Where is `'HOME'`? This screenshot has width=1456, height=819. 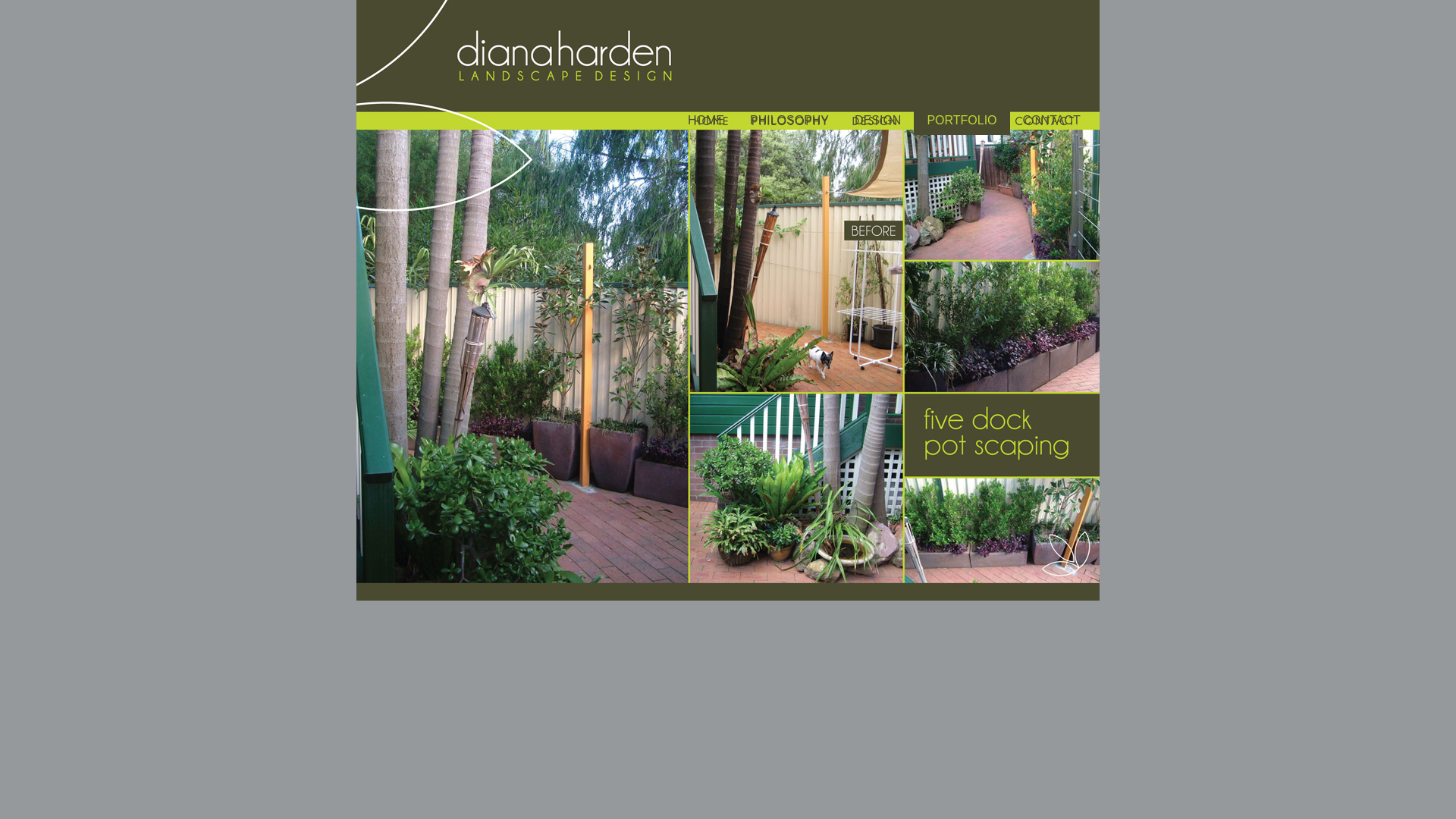 'HOME' is located at coordinates (705, 121).